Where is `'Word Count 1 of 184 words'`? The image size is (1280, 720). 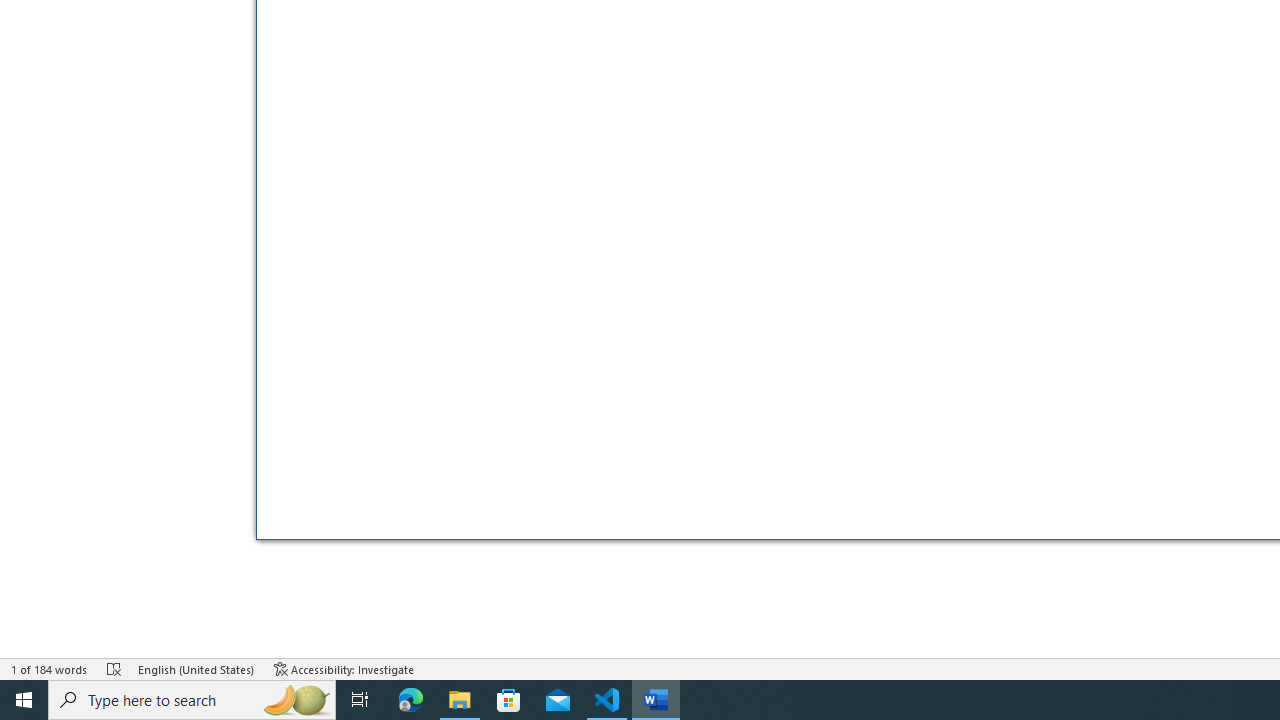
'Word Count 1 of 184 words' is located at coordinates (49, 669).